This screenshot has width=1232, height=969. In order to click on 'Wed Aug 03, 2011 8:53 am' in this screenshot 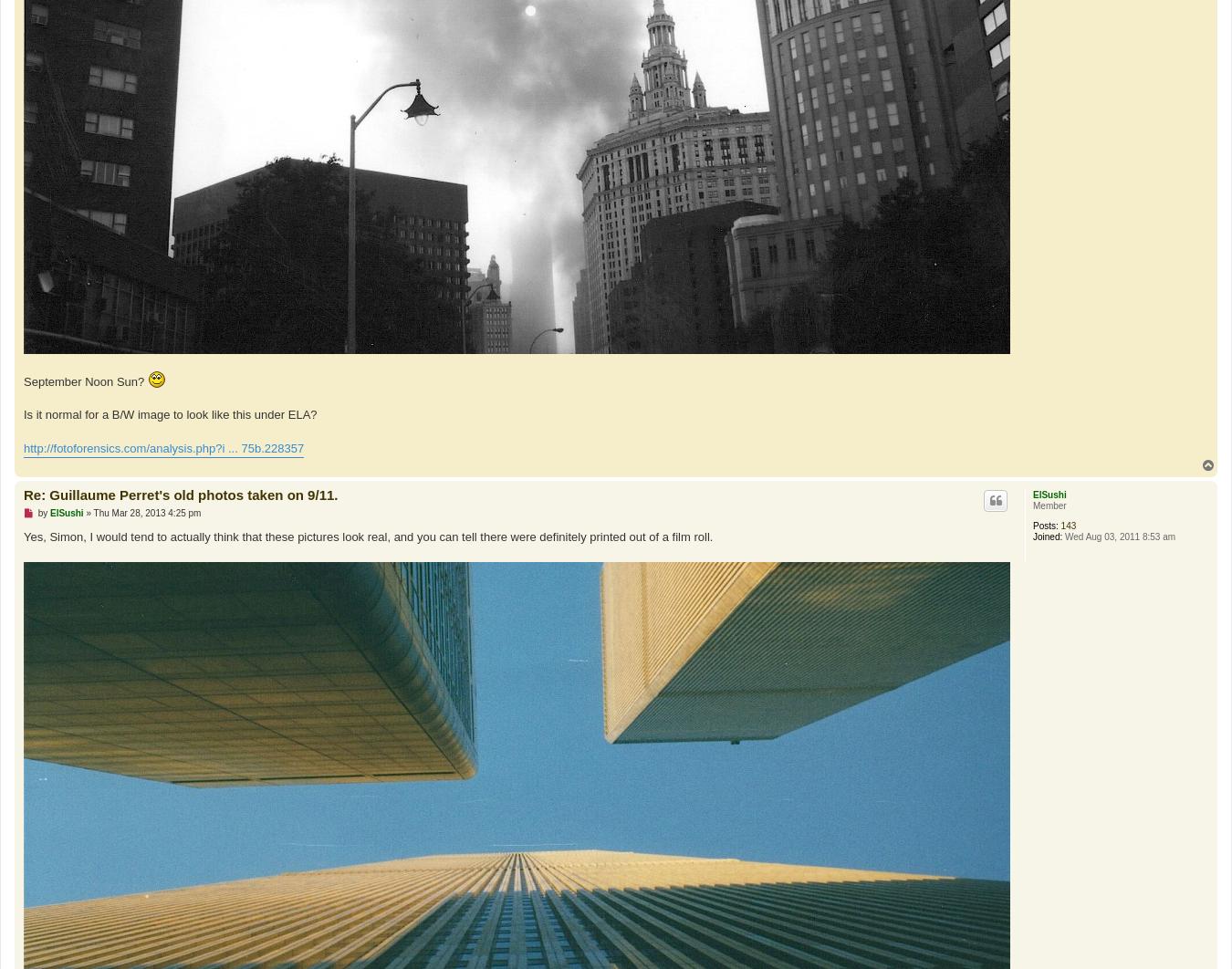, I will do `click(1060, 536)`.